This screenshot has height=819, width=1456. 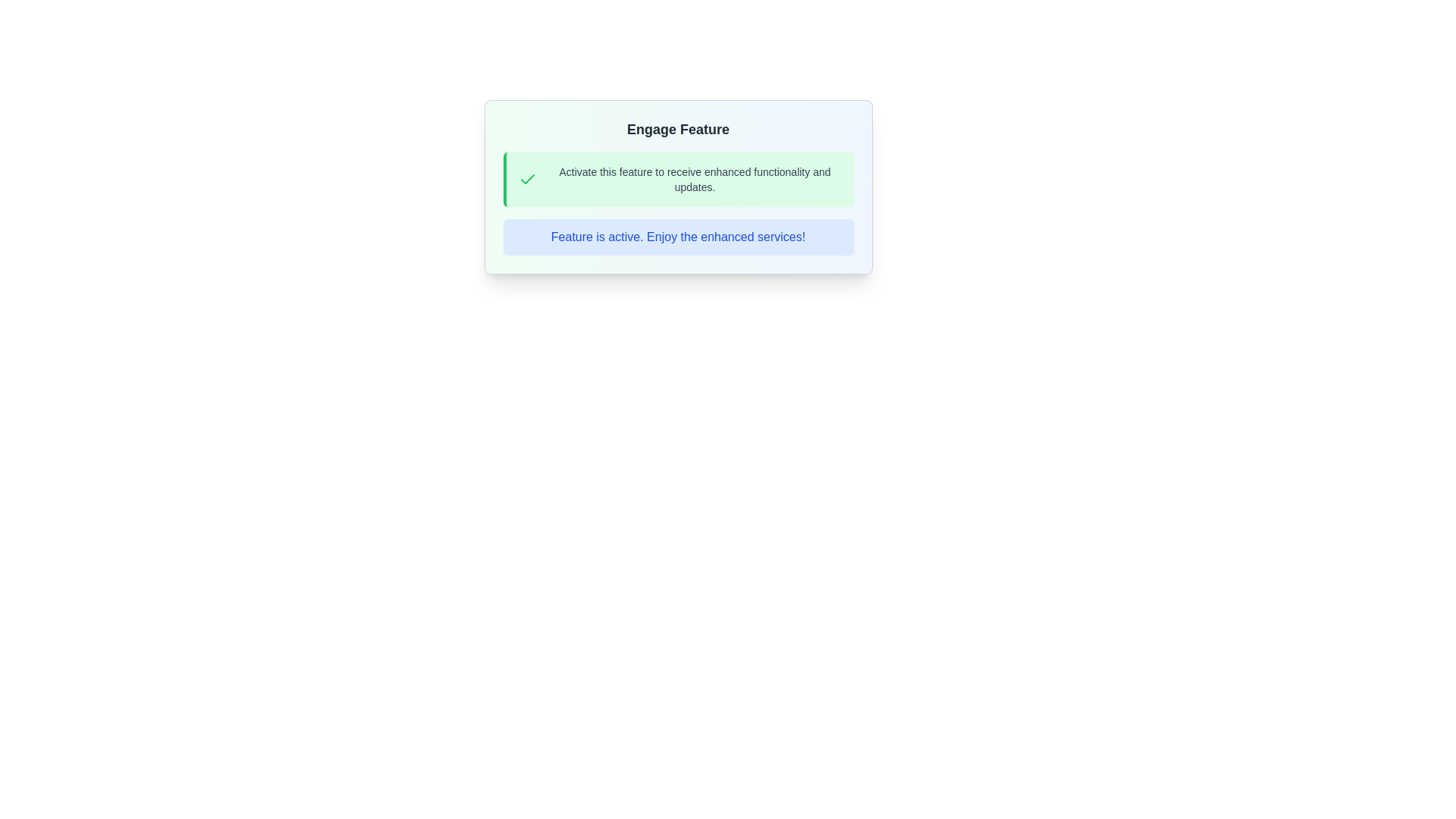 I want to click on the check mark icon, which is visually represented as a confirmation symbol located within a green notification box to the left of the text 'Activate this feature to receive enhanced functionality and updates.', so click(x=527, y=178).